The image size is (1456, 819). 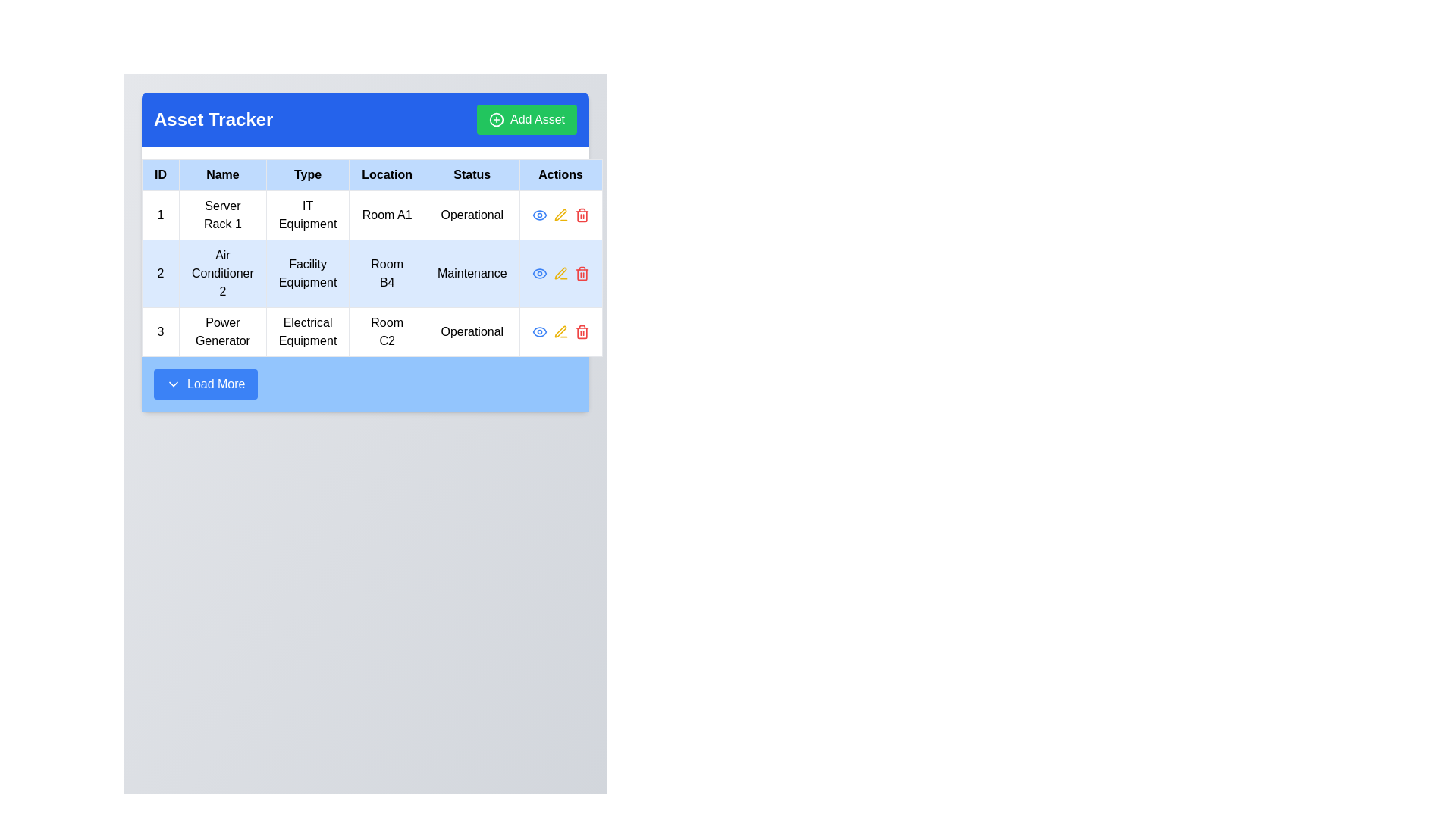 I want to click on the Table Header Cell that contains the word 'Name' in bold black text, located in the second position of the header row of a table, so click(x=221, y=174).